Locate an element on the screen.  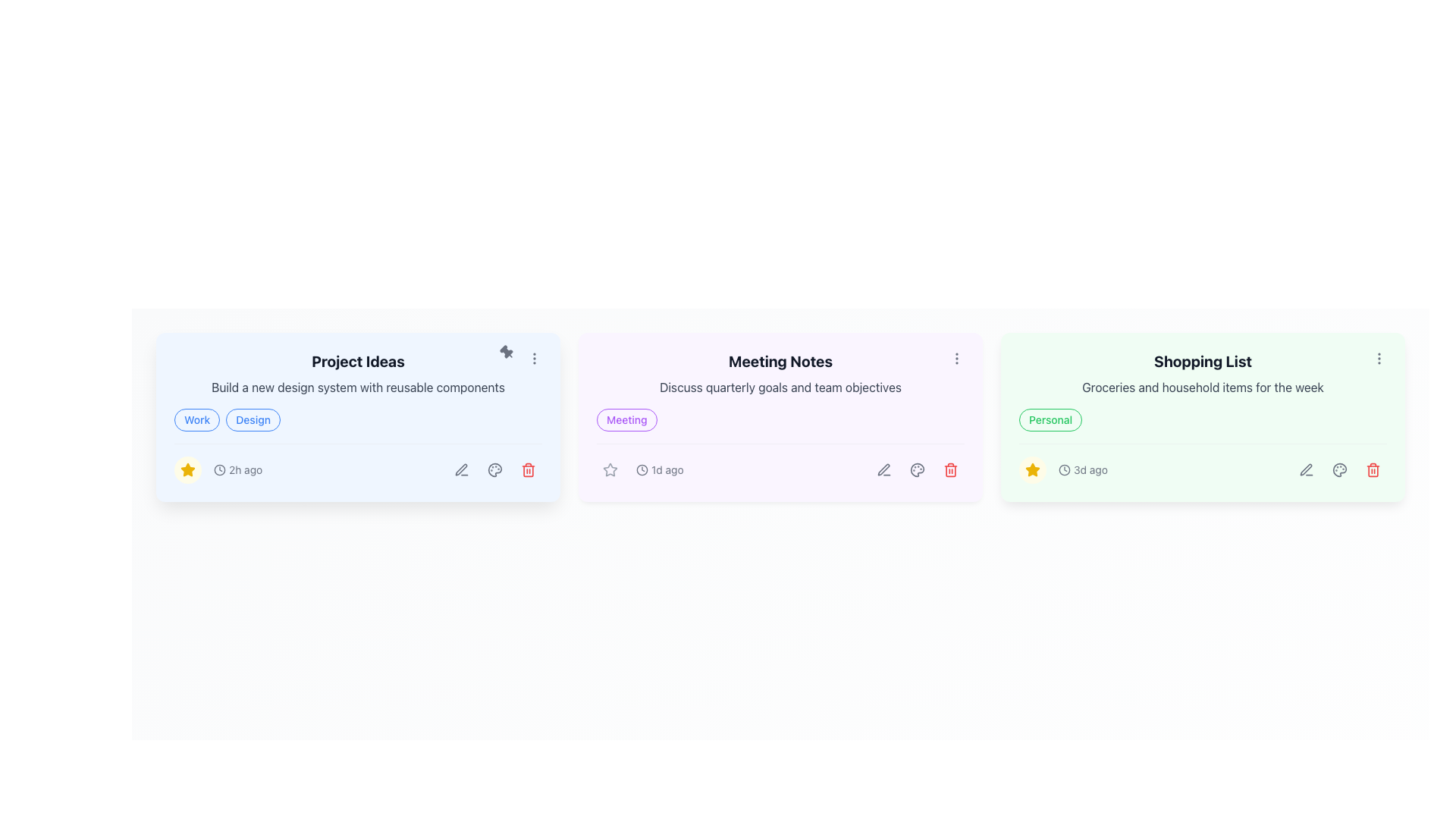
the decorative Circular SVG element that is part of the clock icon located in the lower-left area of the 'Project Ideas' card is located at coordinates (218, 469).